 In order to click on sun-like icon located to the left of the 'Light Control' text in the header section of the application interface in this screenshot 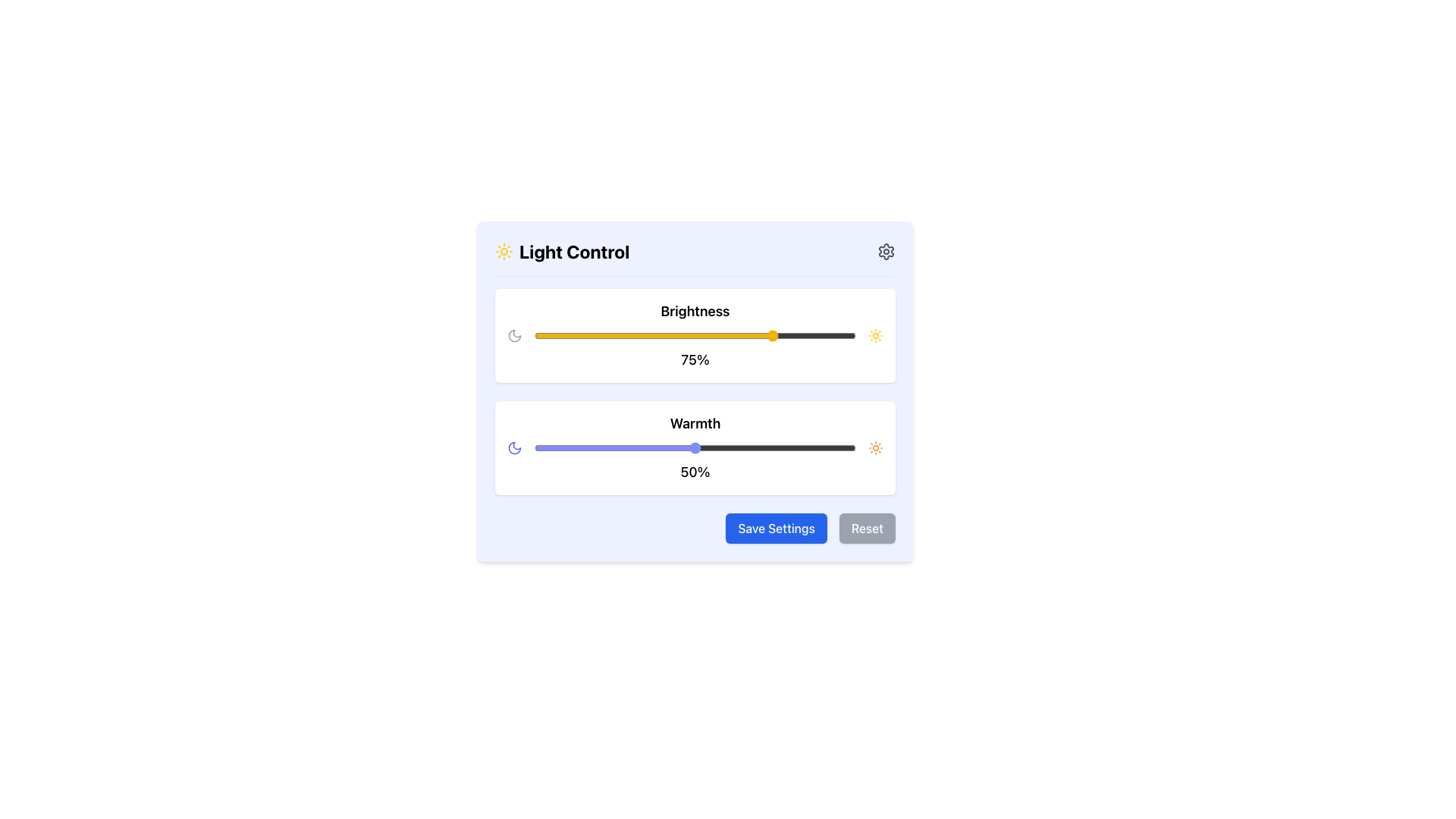, I will do `click(504, 250)`.